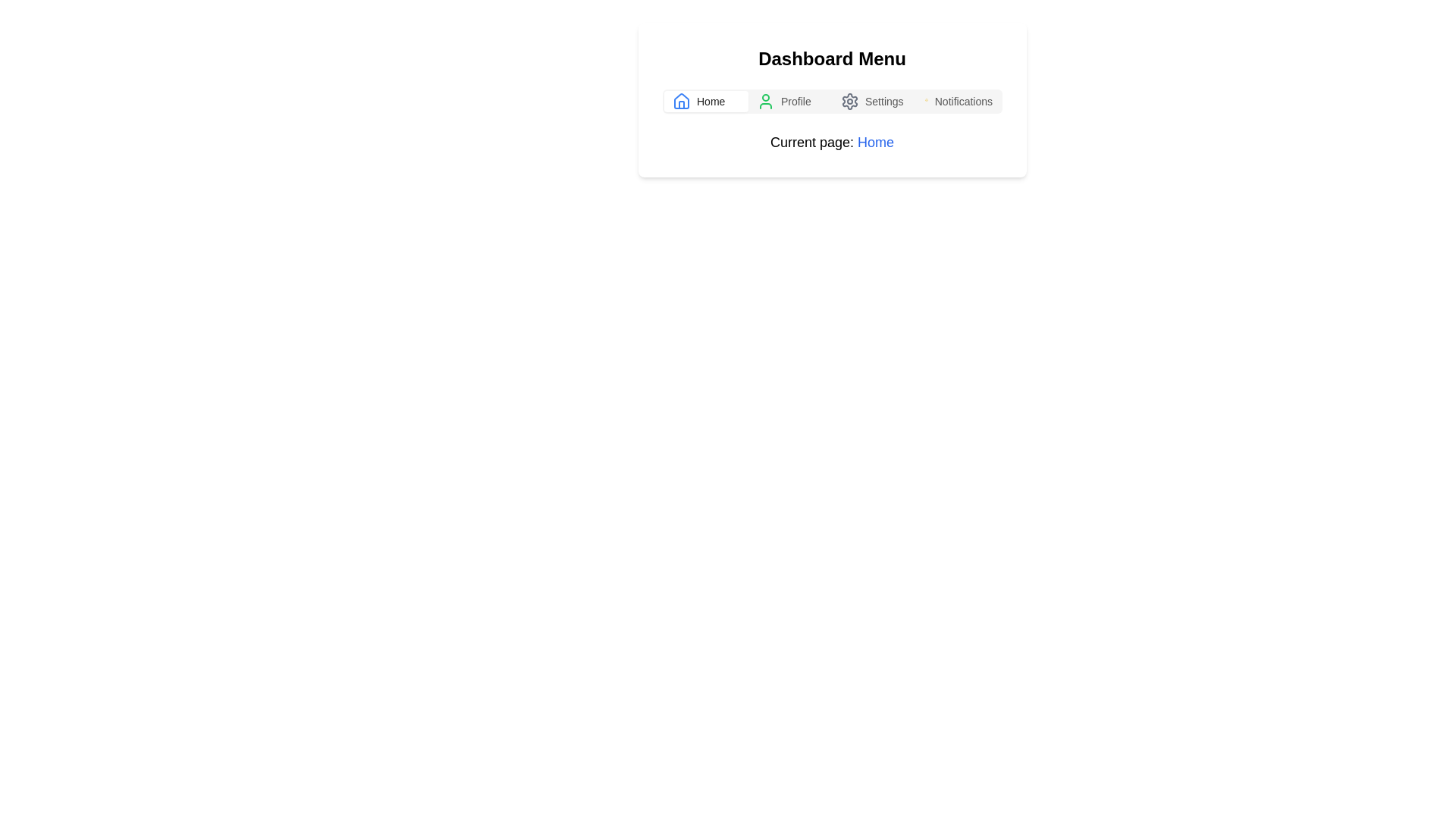  I want to click on the gear icon located to the left of the 'Settings' label, so click(849, 102).